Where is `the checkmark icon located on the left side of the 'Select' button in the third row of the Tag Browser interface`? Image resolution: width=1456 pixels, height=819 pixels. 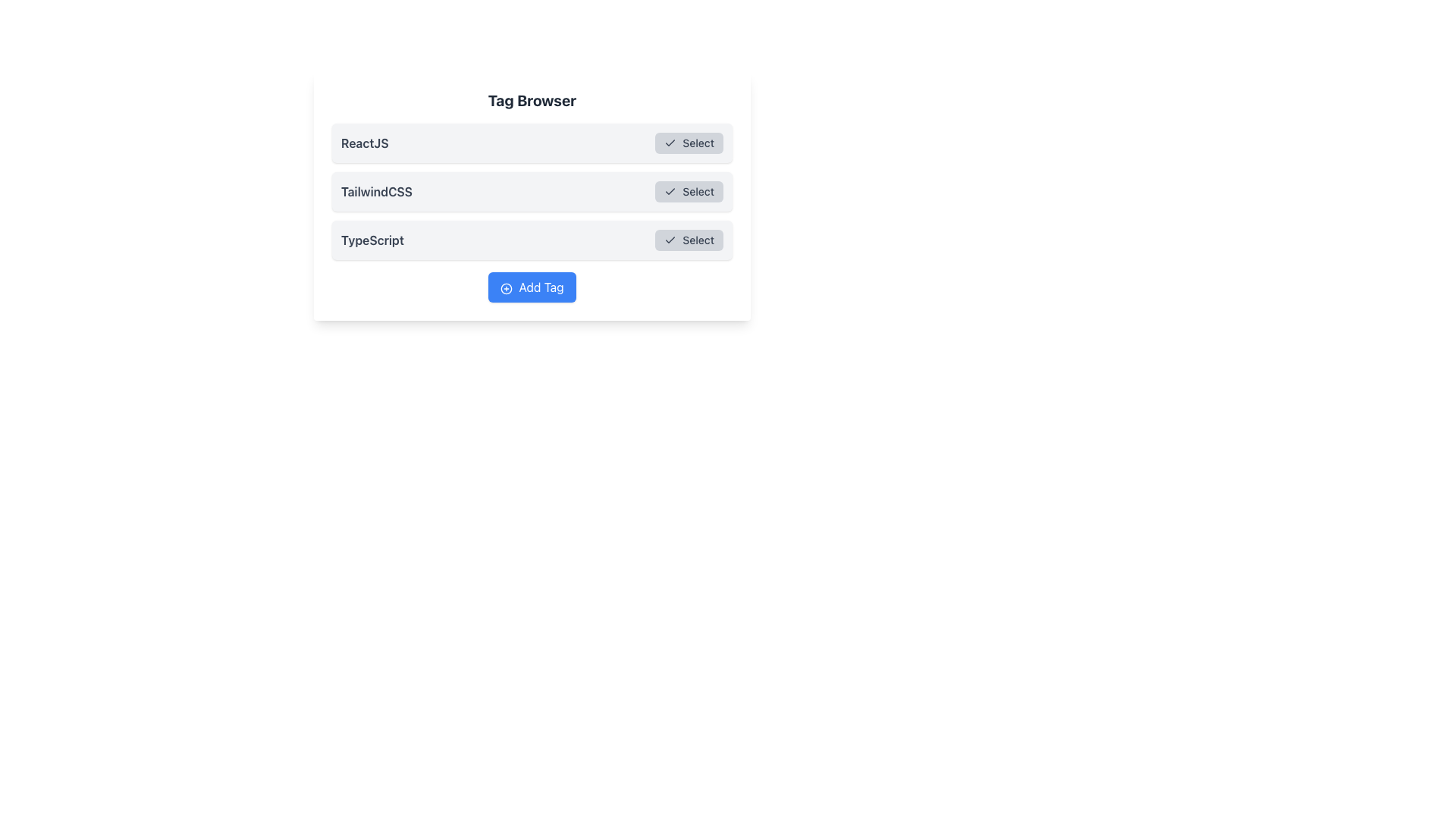
the checkmark icon located on the left side of the 'Select' button in the third row of the Tag Browser interface is located at coordinates (670, 239).